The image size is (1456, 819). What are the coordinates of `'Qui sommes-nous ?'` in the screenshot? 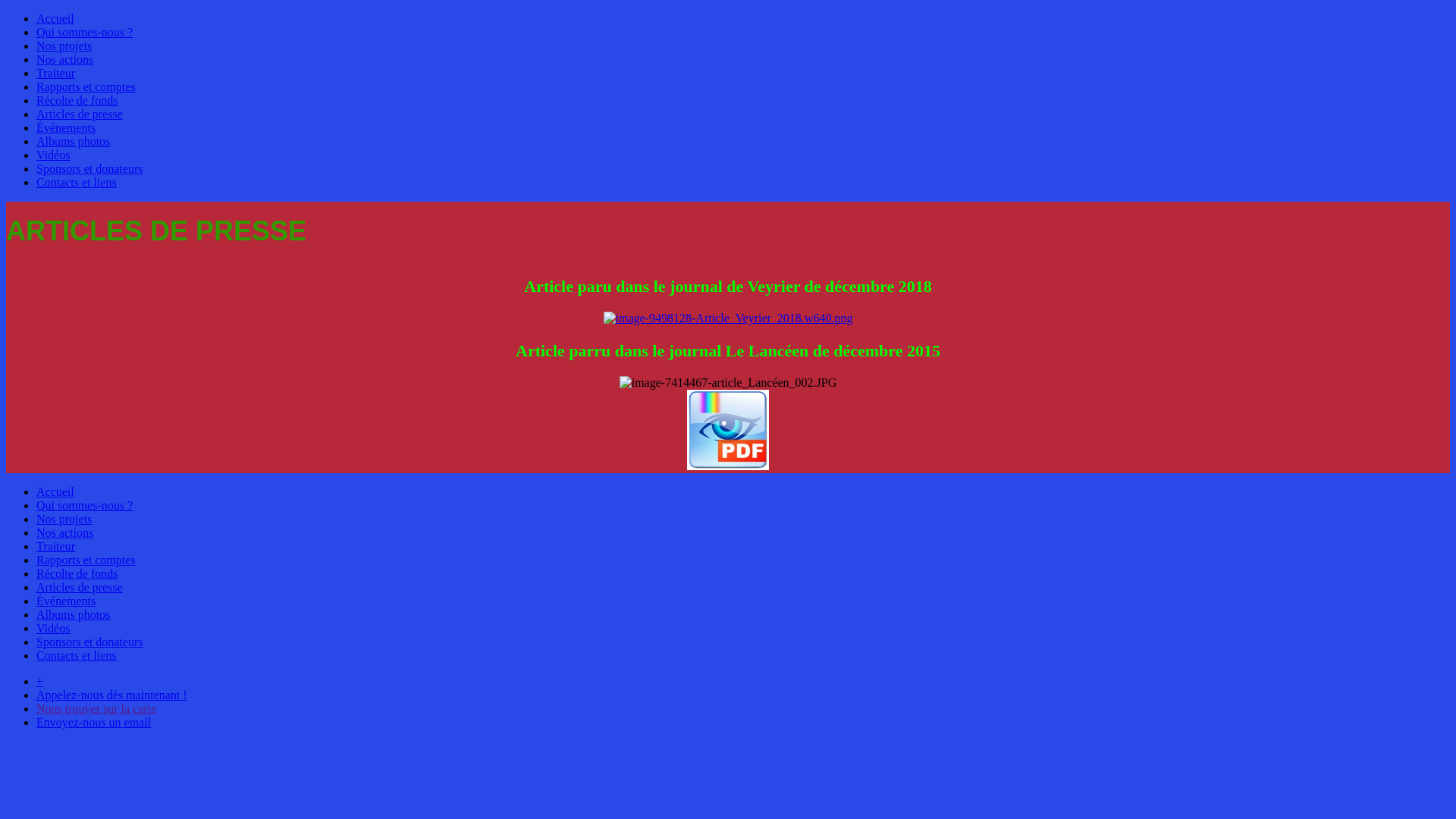 It's located at (83, 32).